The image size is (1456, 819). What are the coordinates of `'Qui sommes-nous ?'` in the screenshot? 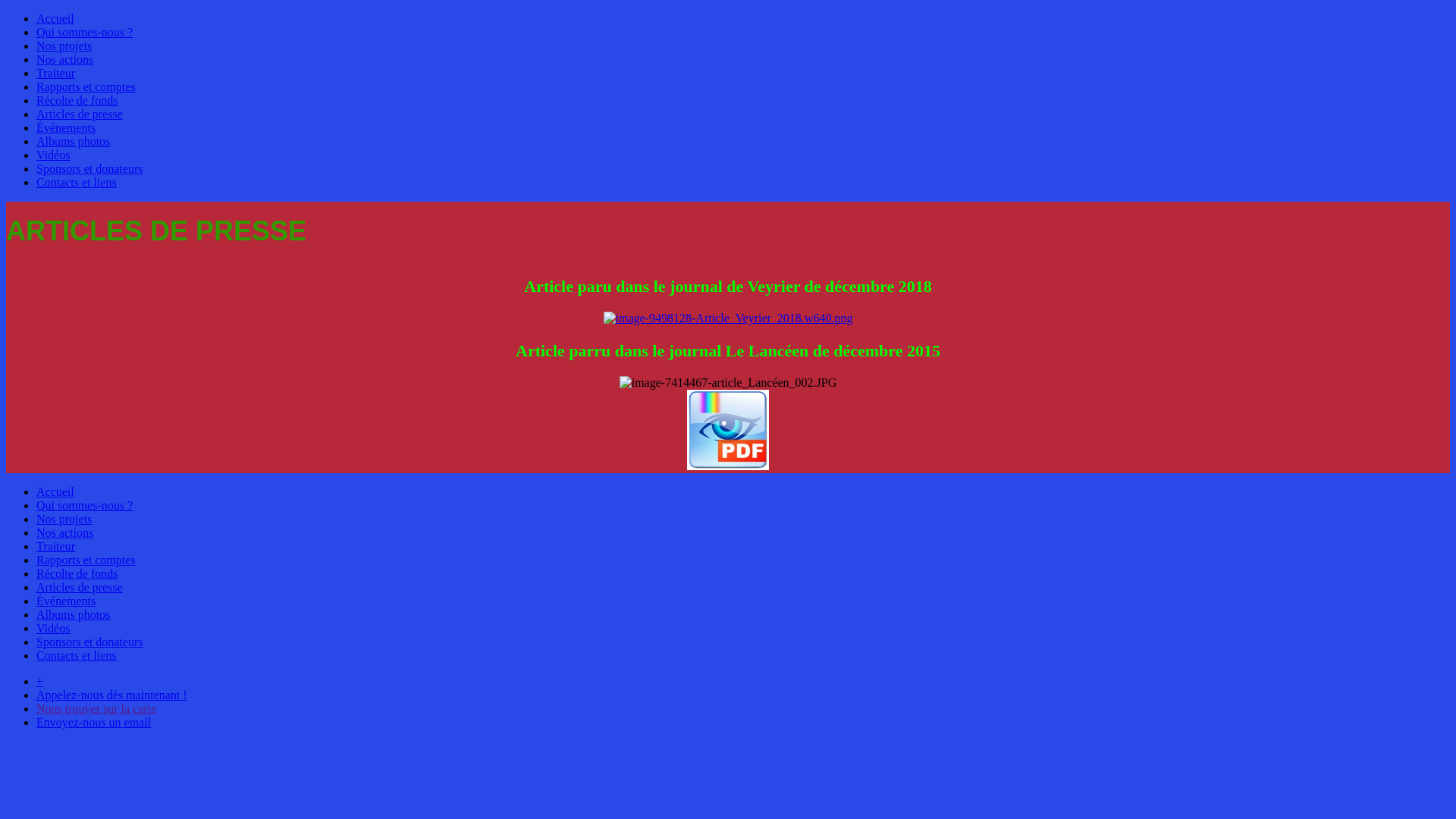 It's located at (83, 32).